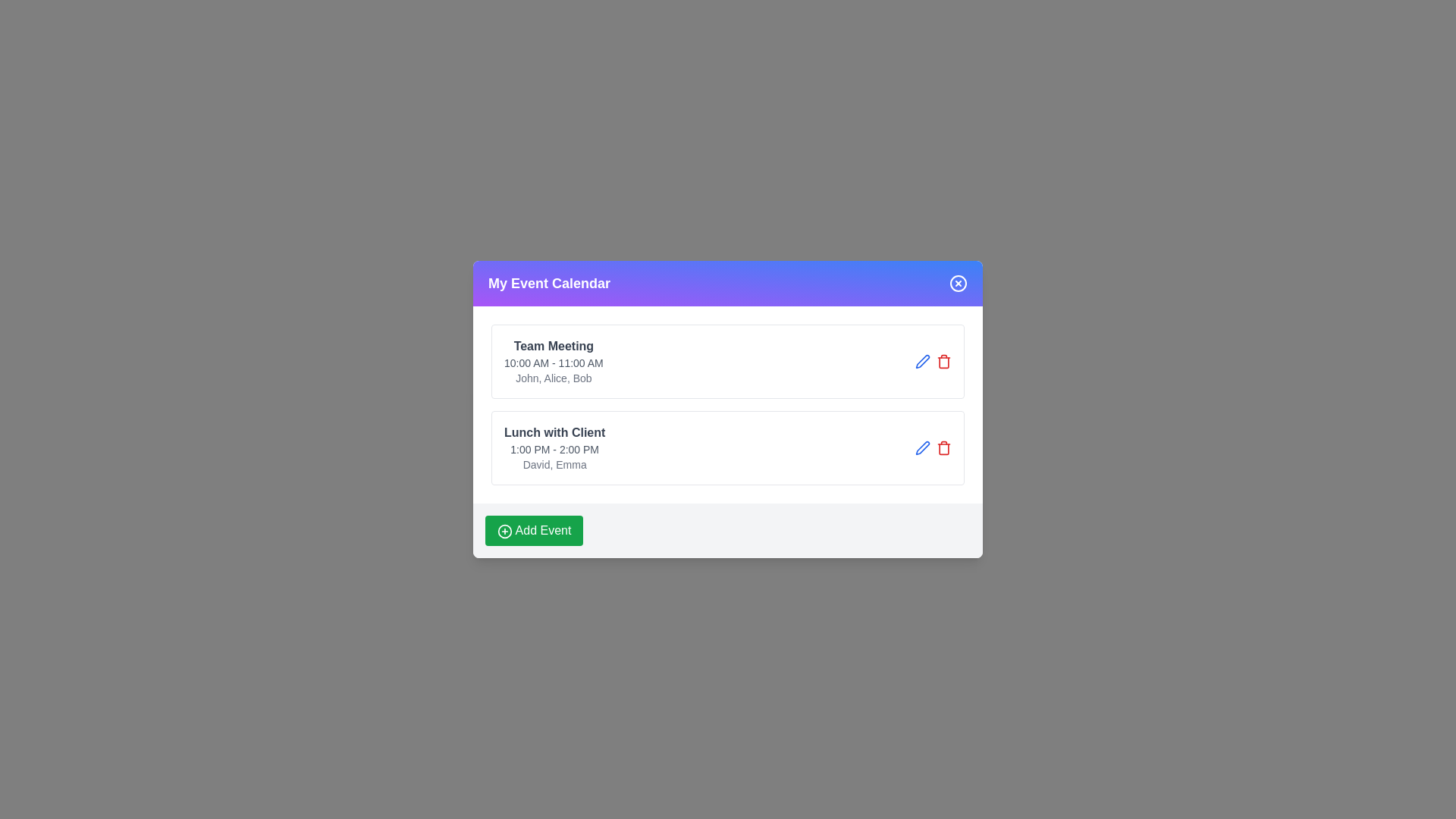  What do you see at coordinates (554, 447) in the screenshot?
I see `the text display element that shows the event details for a lunch meeting, which includes the title 'Lunch with Client', timing '1:00 PM - 2:00 PM', and participants 'David, Emma'` at bounding box center [554, 447].